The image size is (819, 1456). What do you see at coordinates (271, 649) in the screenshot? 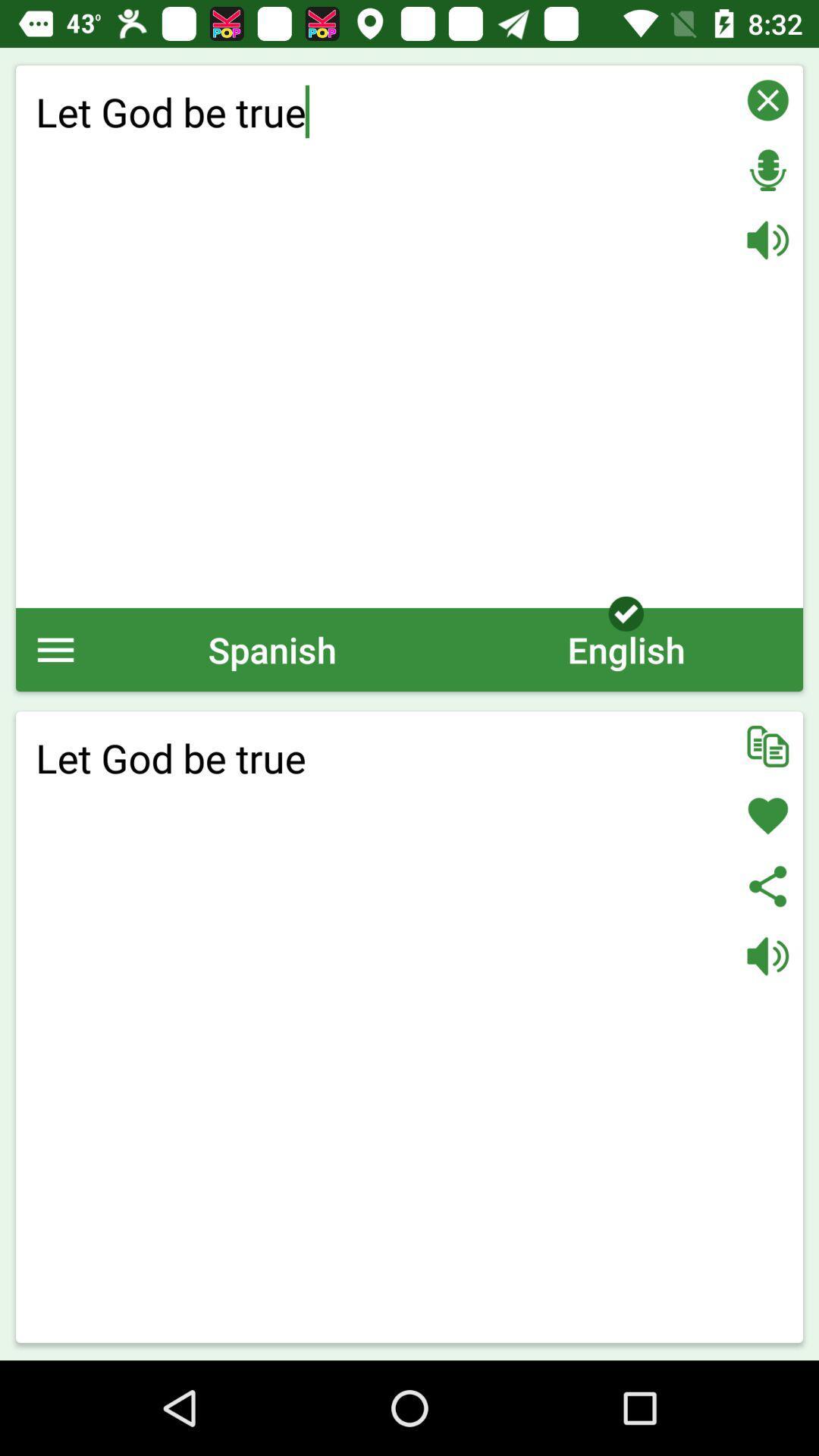
I see `the item next to english` at bounding box center [271, 649].